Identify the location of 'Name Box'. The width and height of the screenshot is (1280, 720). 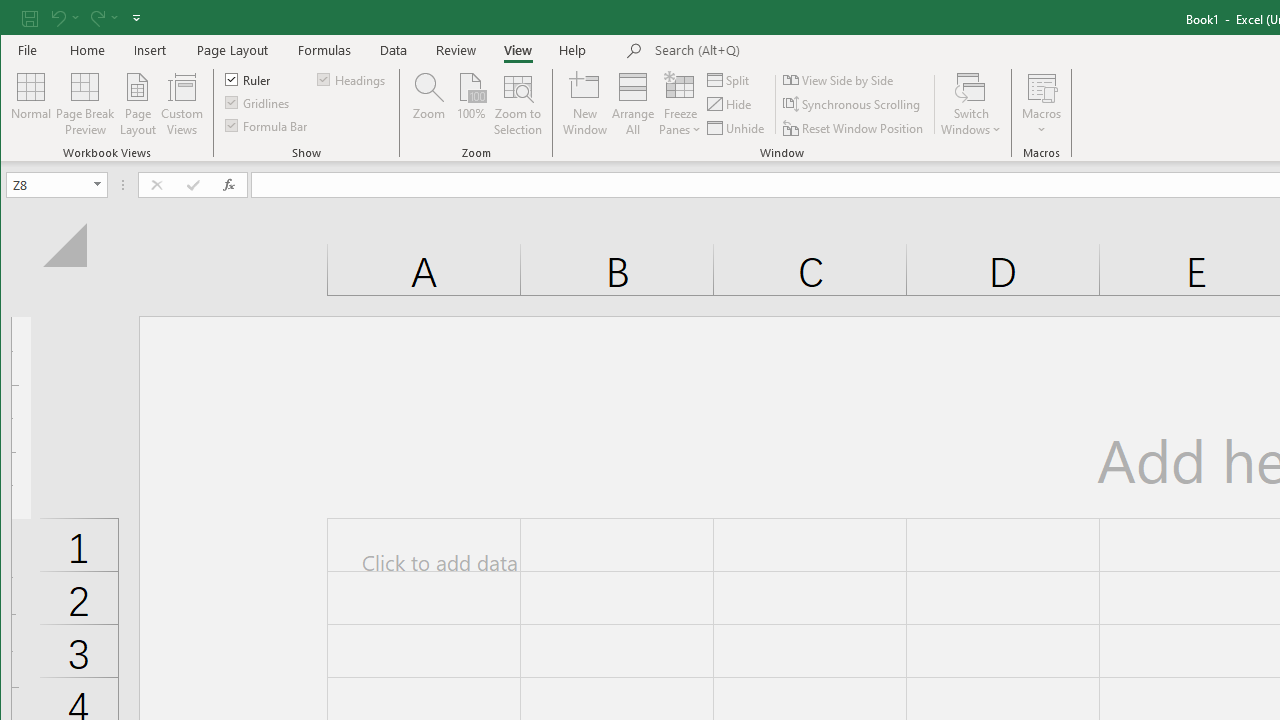
(56, 185).